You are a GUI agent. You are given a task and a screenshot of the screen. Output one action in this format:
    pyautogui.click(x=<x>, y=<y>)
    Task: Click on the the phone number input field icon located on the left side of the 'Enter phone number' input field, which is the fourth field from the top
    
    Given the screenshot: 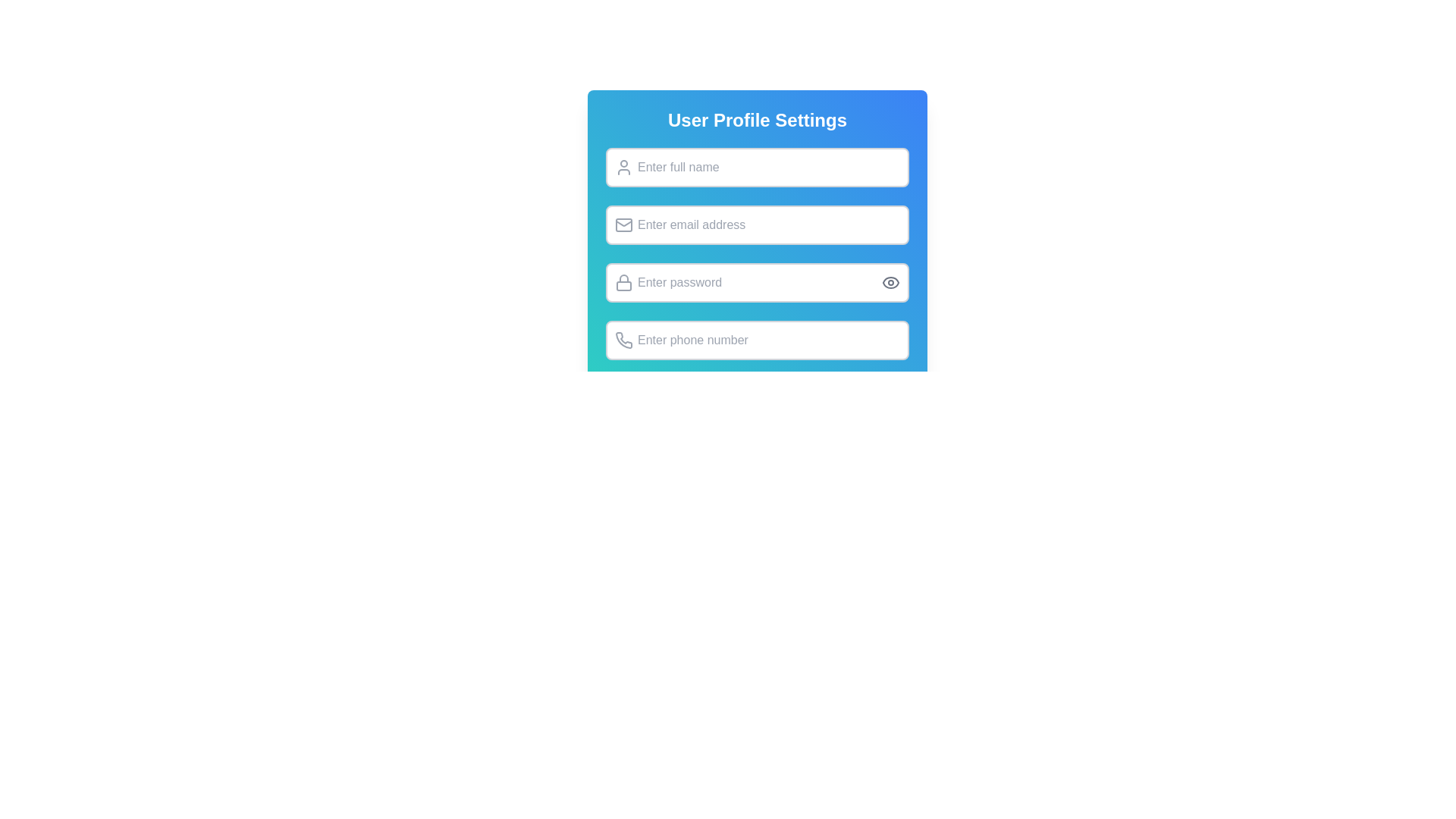 What is the action you would take?
    pyautogui.click(x=624, y=339)
    